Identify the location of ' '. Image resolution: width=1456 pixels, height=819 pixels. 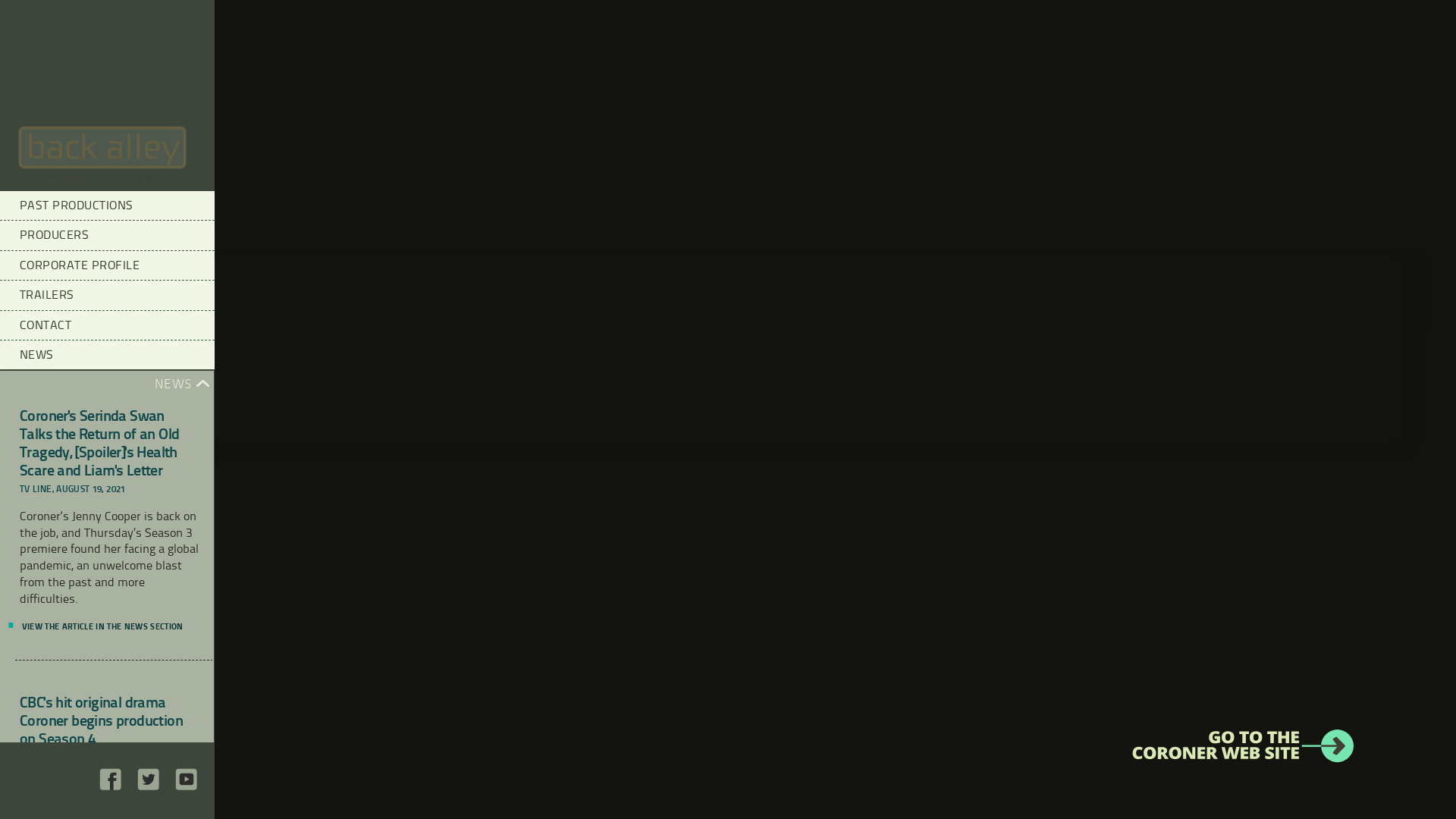
(185, 786).